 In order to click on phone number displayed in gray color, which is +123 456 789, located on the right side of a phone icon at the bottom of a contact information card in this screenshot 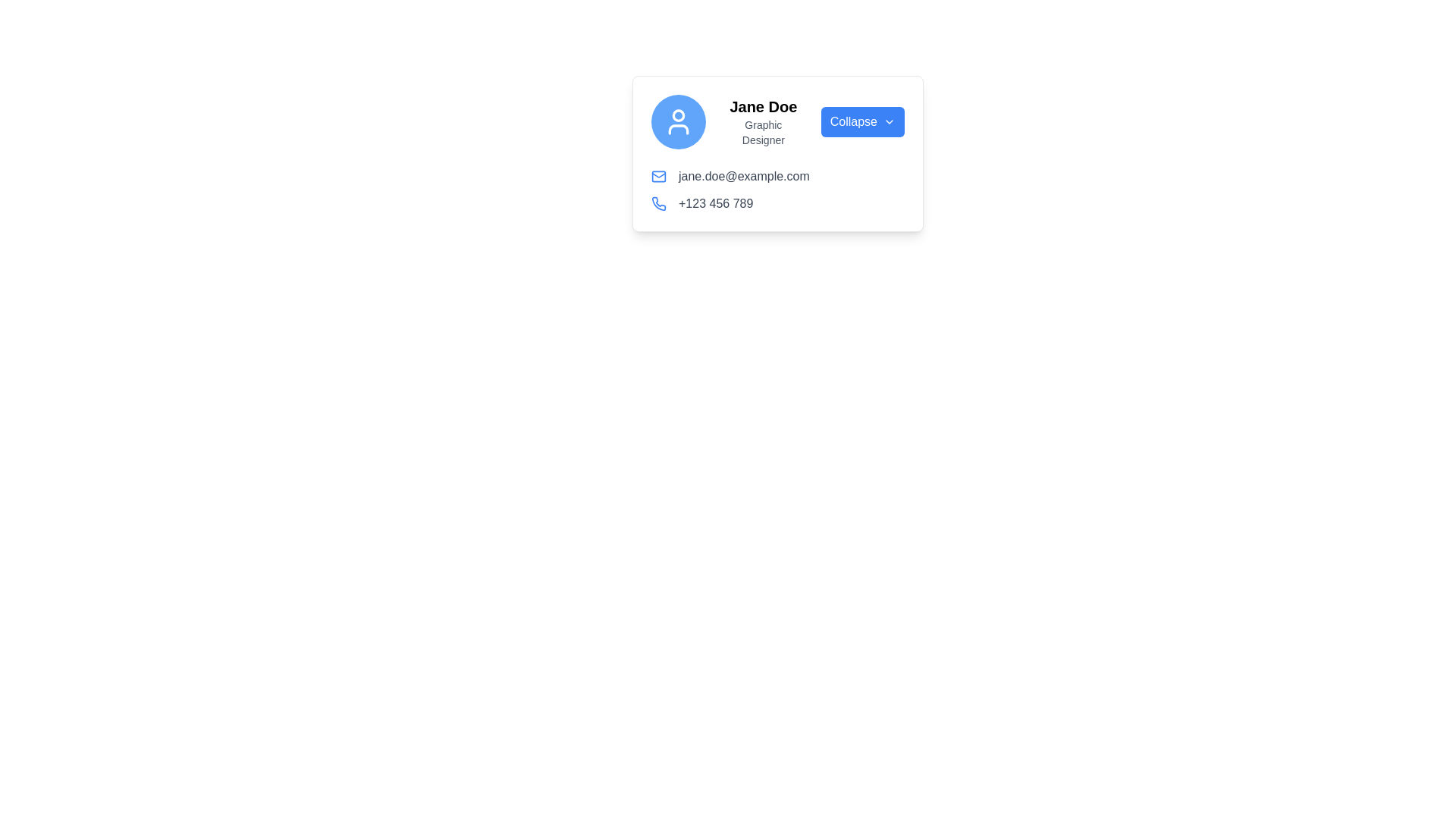, I will do `click(715, 203)`.